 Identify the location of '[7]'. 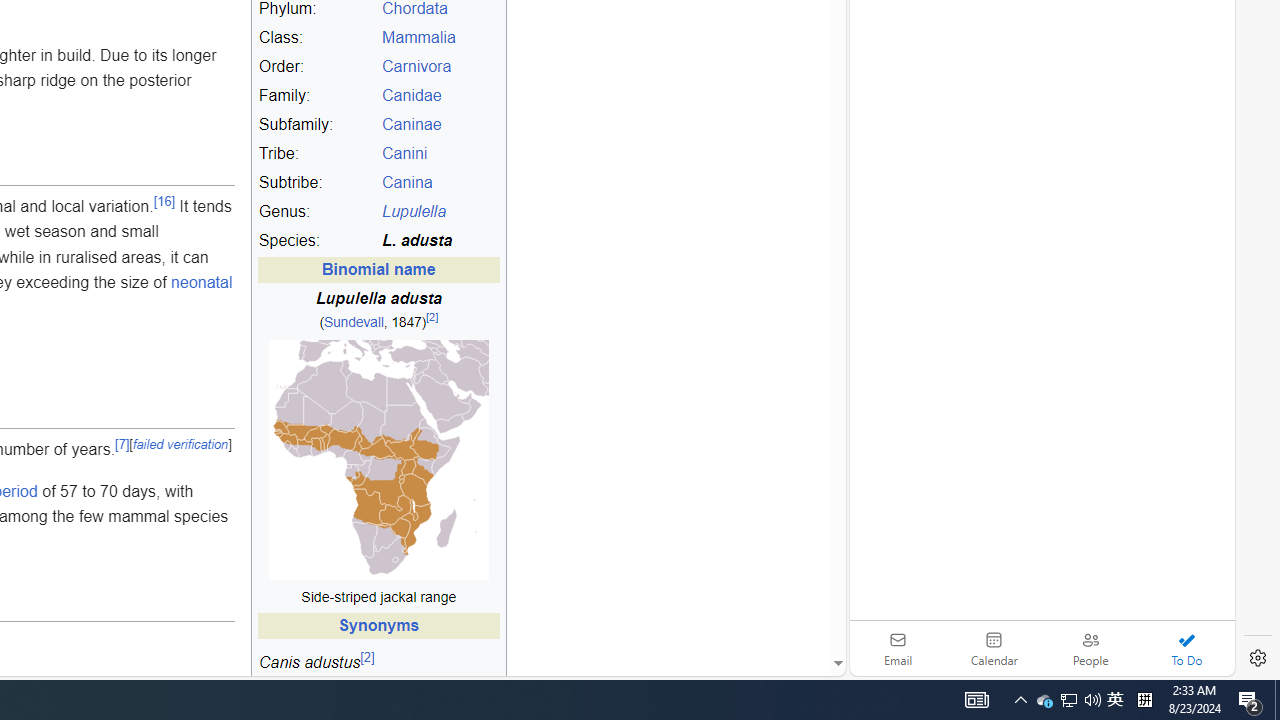
(121, 443).